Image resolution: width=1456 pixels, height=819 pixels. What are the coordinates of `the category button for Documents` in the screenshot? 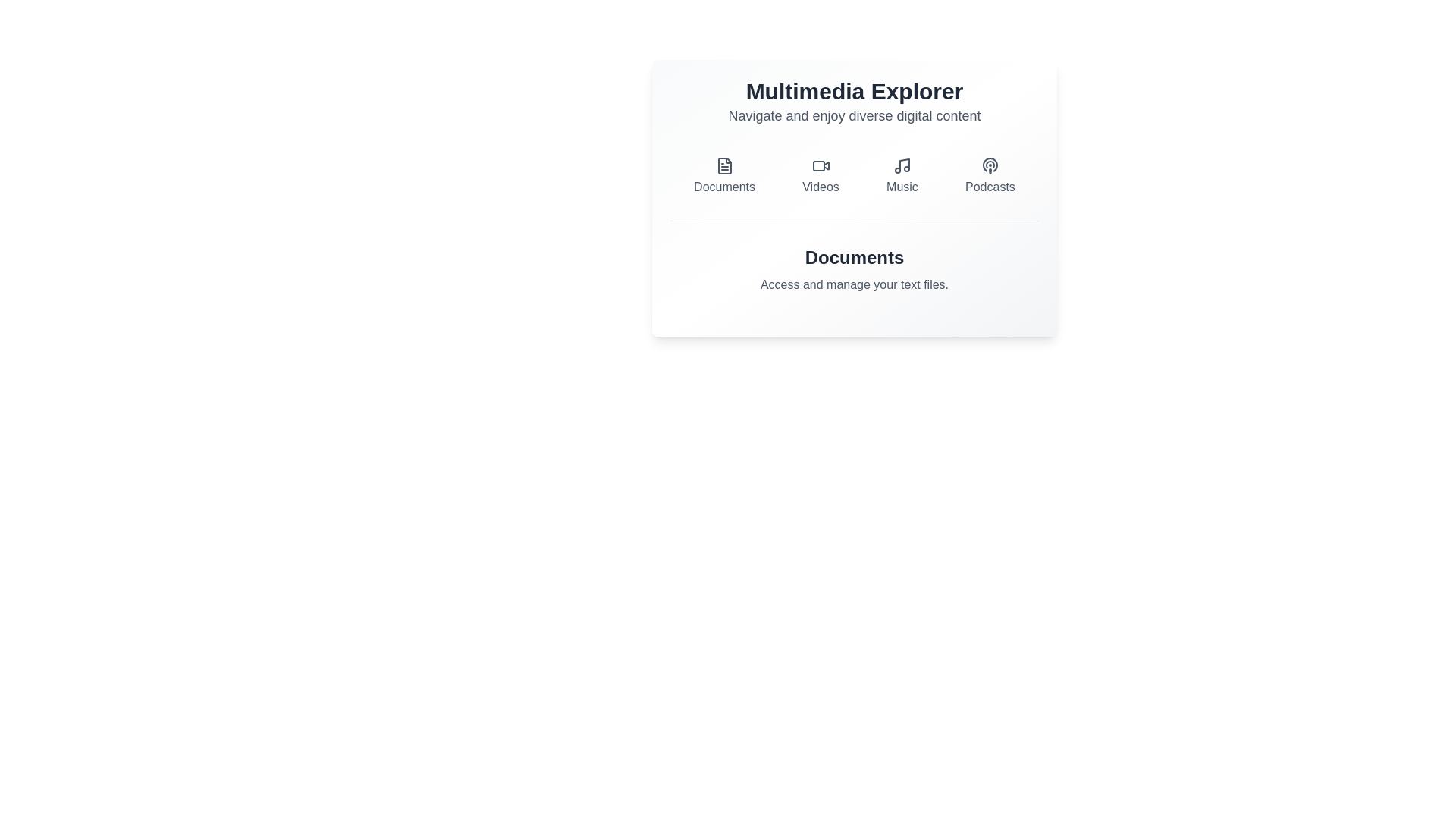 It's located at (723, 175).